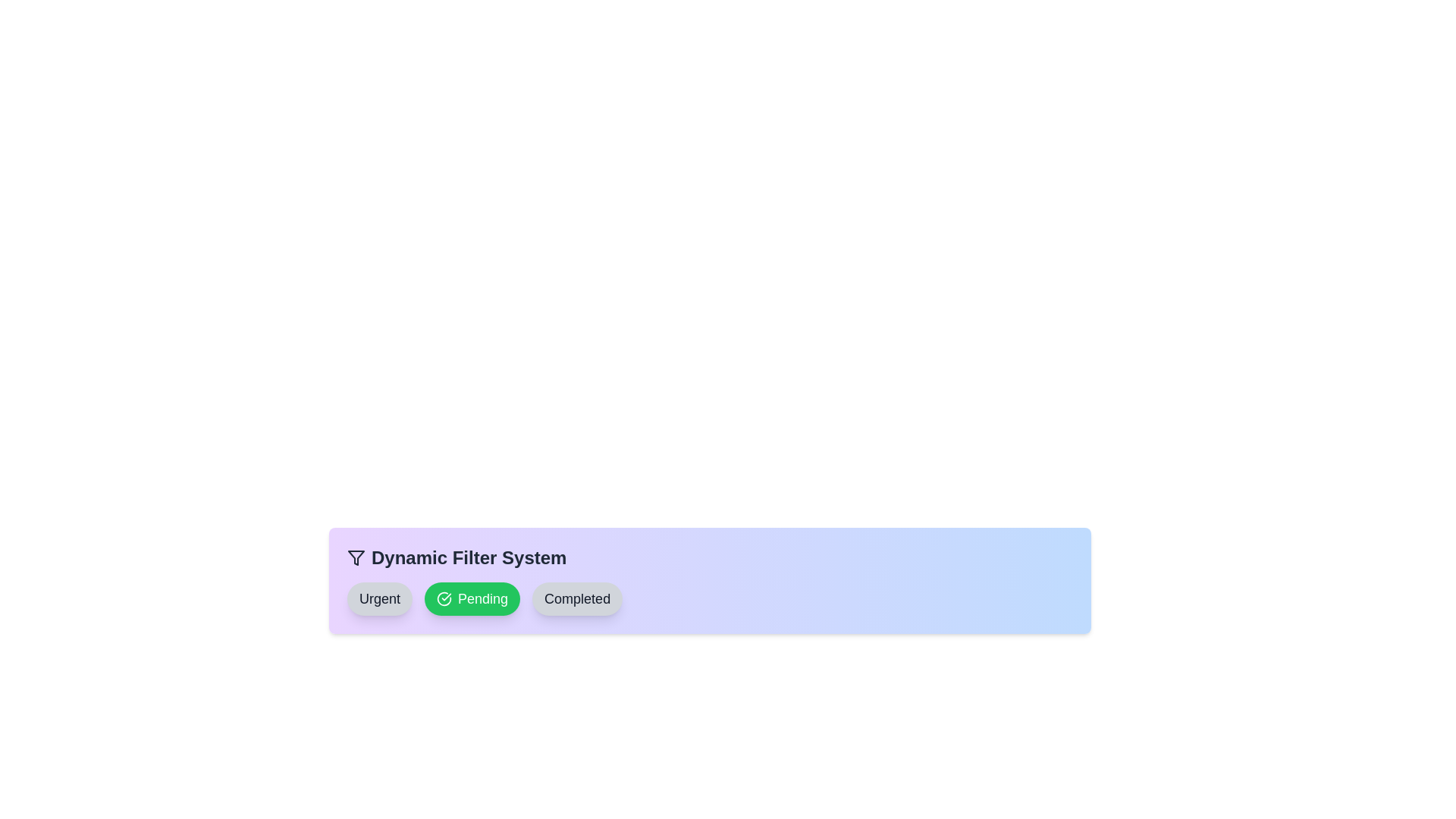 The height and width of the screenshot is (819, 1456). Describe the element at coordinates (379, 598) in the screenshot. I see `the filter chip labeled Urgent` at that location.